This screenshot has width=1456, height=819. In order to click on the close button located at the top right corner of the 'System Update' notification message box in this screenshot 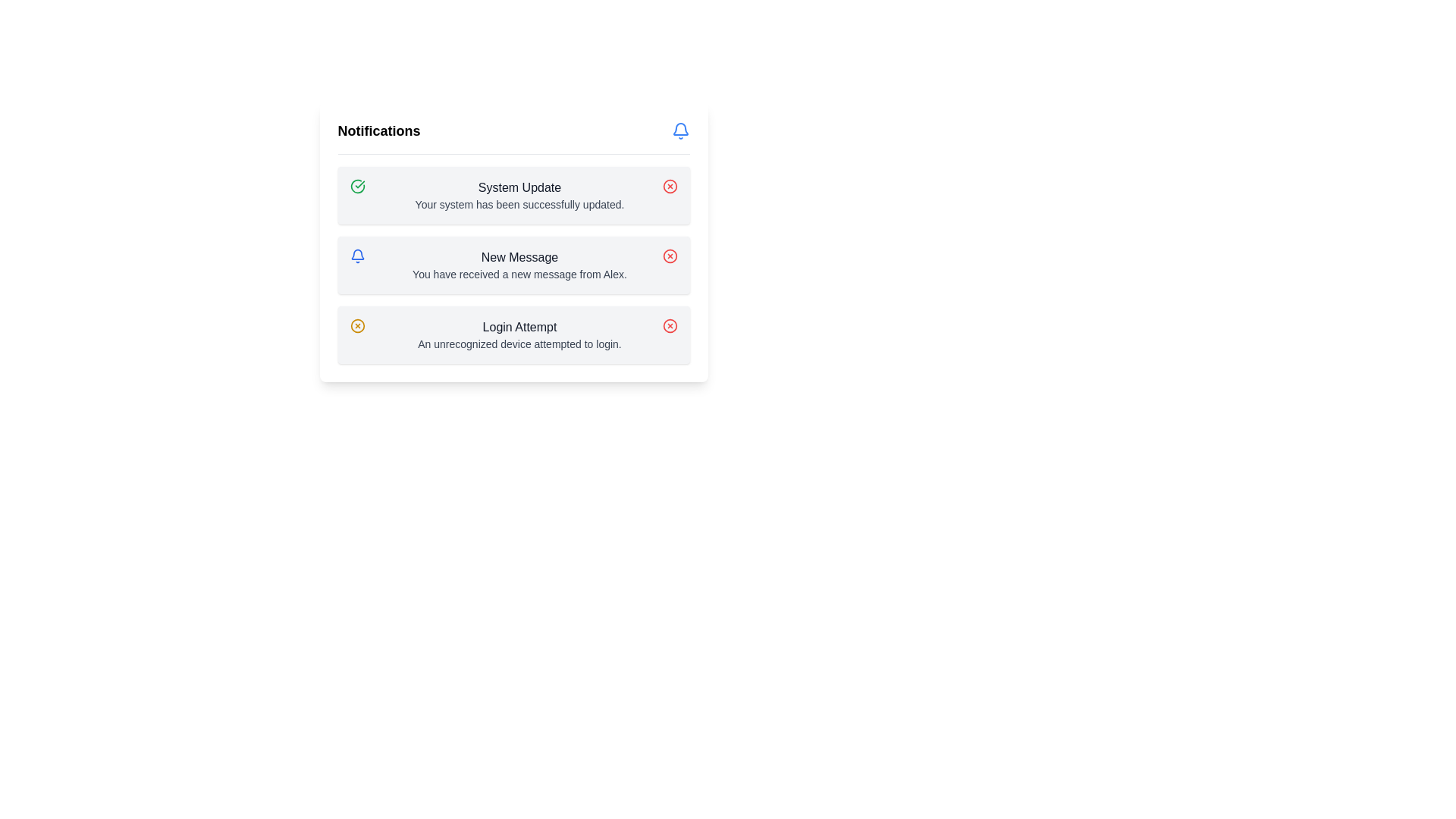, I will do `click(669, 186)`.